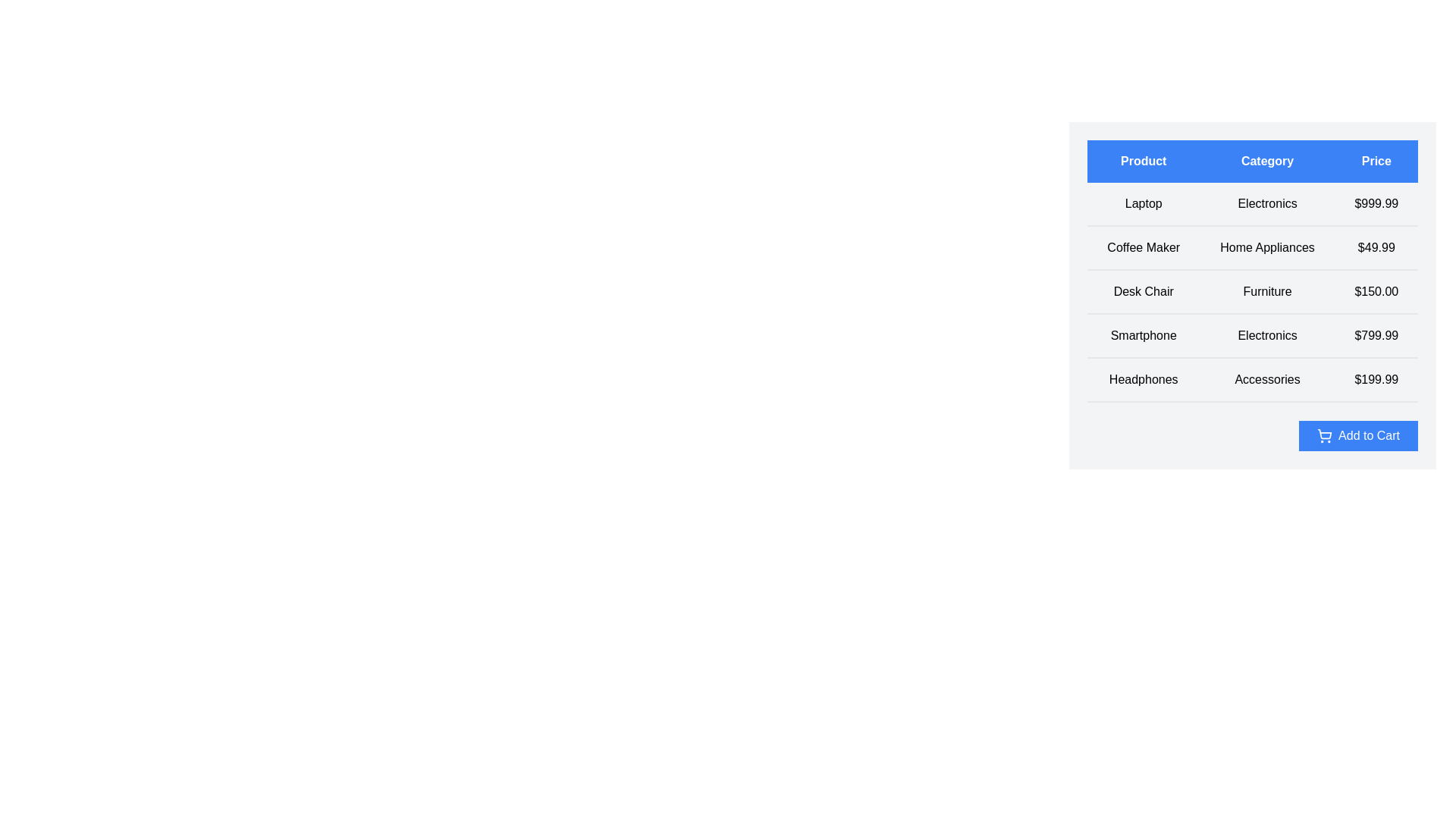 This screenshot has width=1456, height=819. What do you see at coordinates (1267, 247) in the screenshot?
I see `the 'Home Appliances' text label, which is centrally aligned in the second row, second column of the grid under the 'Category' header` at bounding box center [1267, 247].